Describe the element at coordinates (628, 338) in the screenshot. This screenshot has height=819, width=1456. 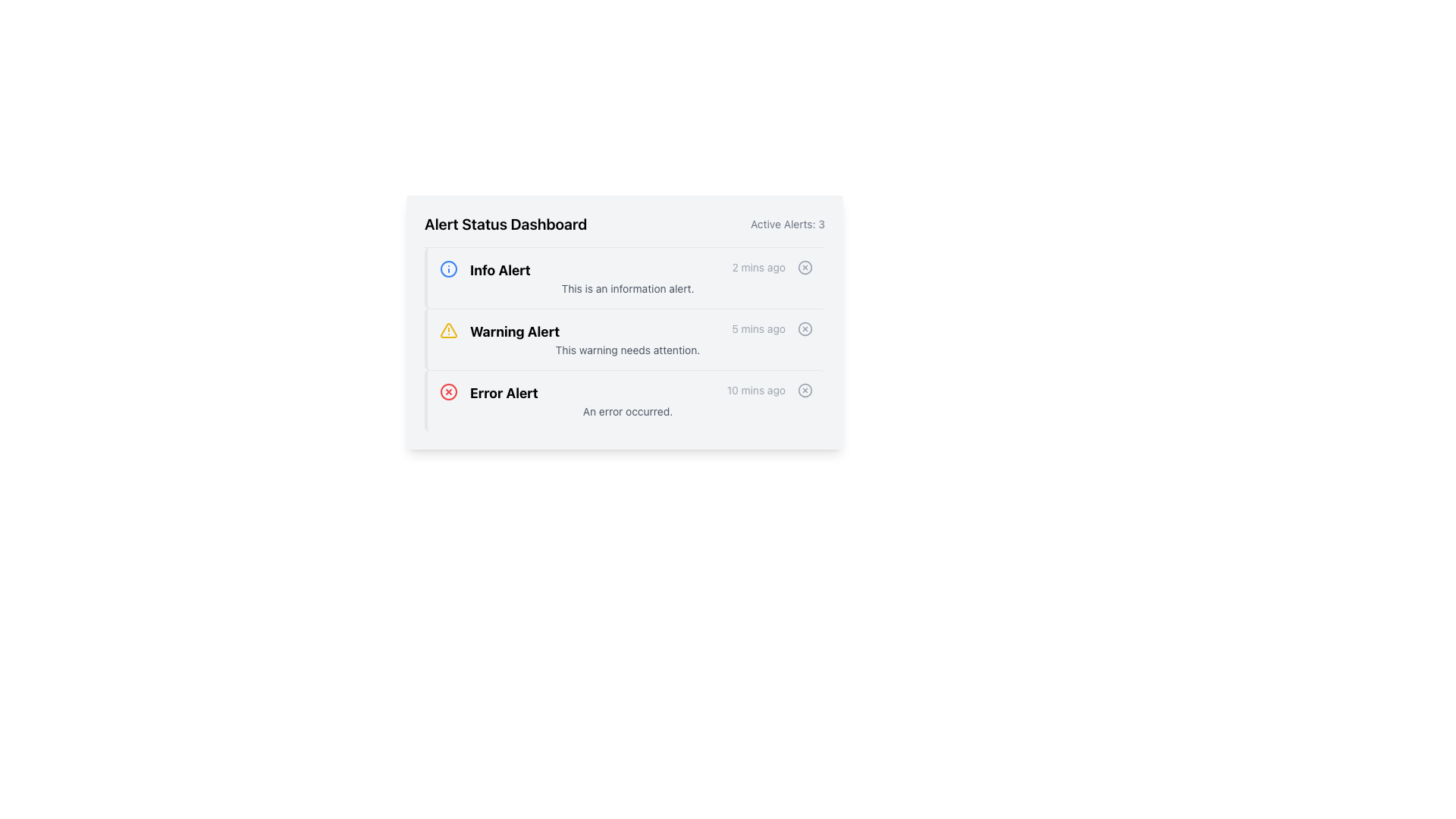
I see `information displayed in the warning alert component titled 'Warning Alert', which is the second alert in the alert dashboard` at that location.